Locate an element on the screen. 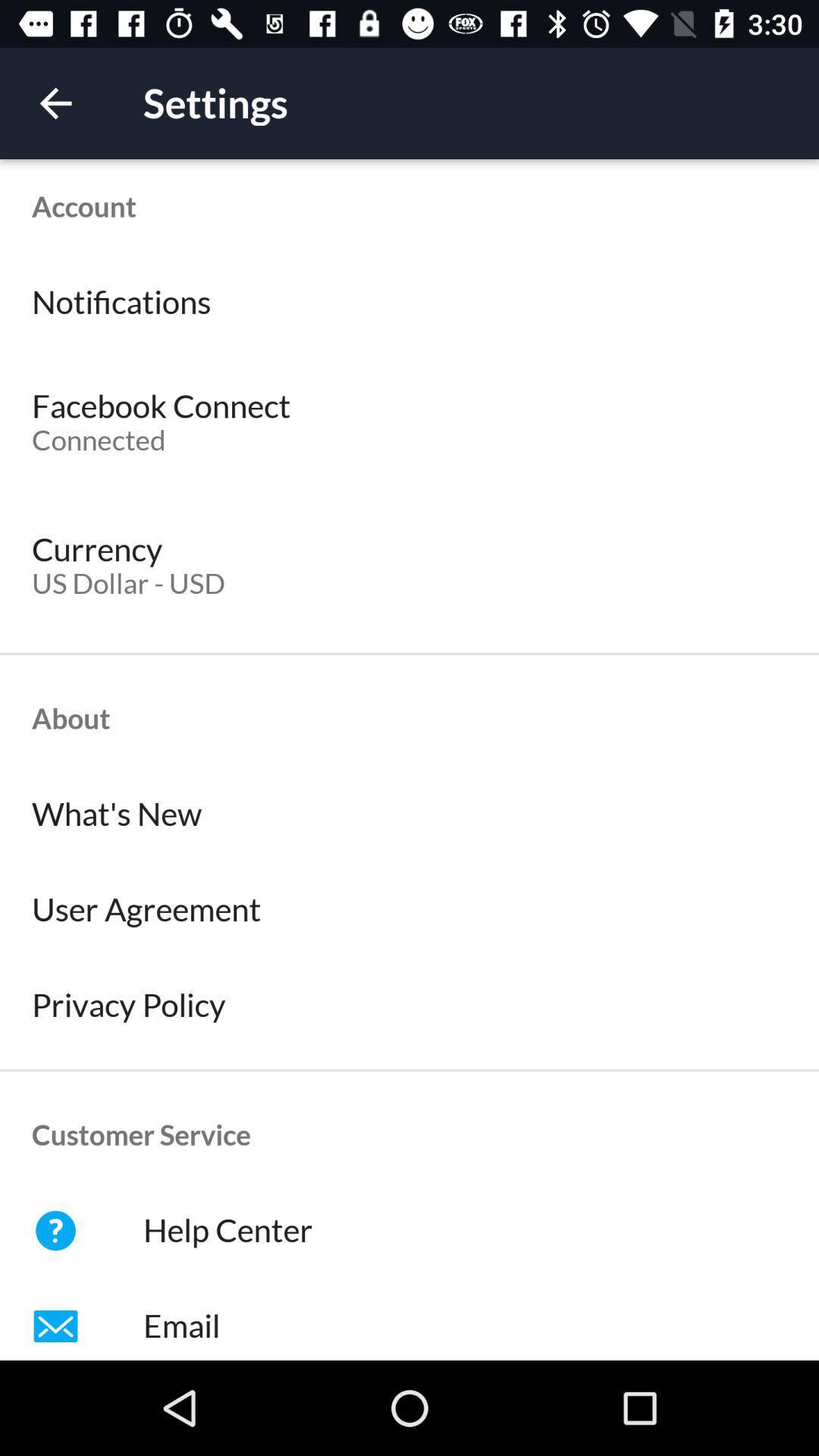 The image size is (819, 1456). icon above account icon is located at coordinates (55, 102).